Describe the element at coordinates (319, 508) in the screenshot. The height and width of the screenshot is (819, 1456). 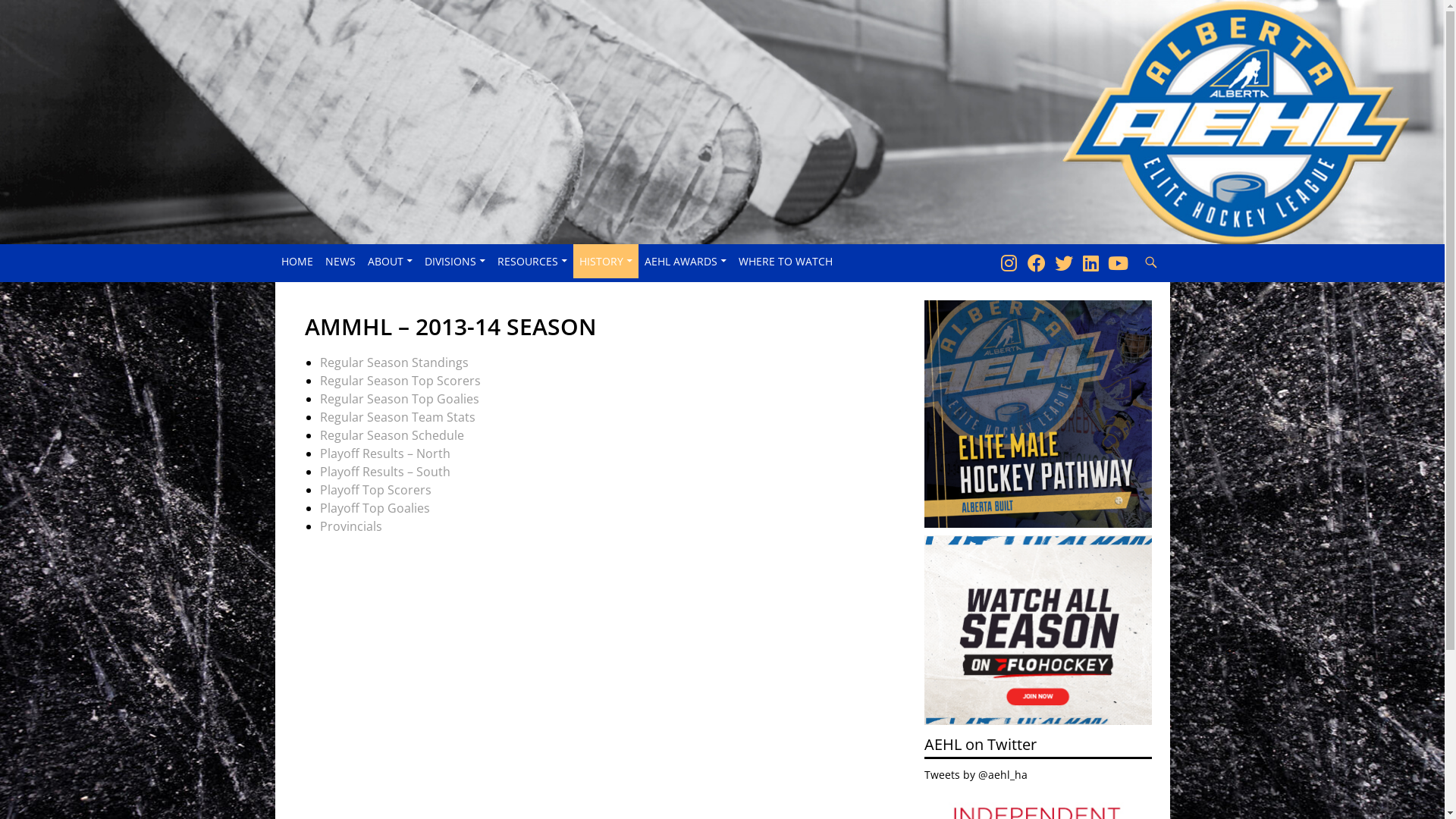
I see `'Playoff Top Goalies'` at that location.